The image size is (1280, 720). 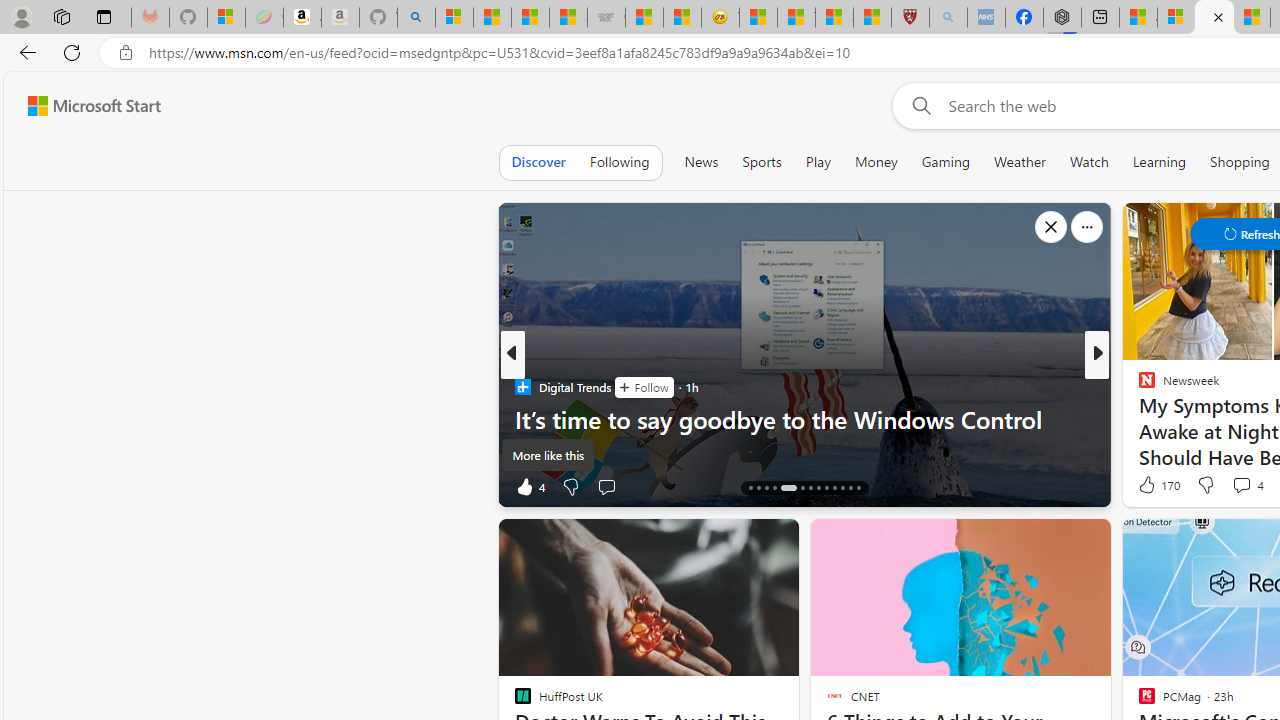 I want to click on '28 Like', so click(x=1149, y=486).